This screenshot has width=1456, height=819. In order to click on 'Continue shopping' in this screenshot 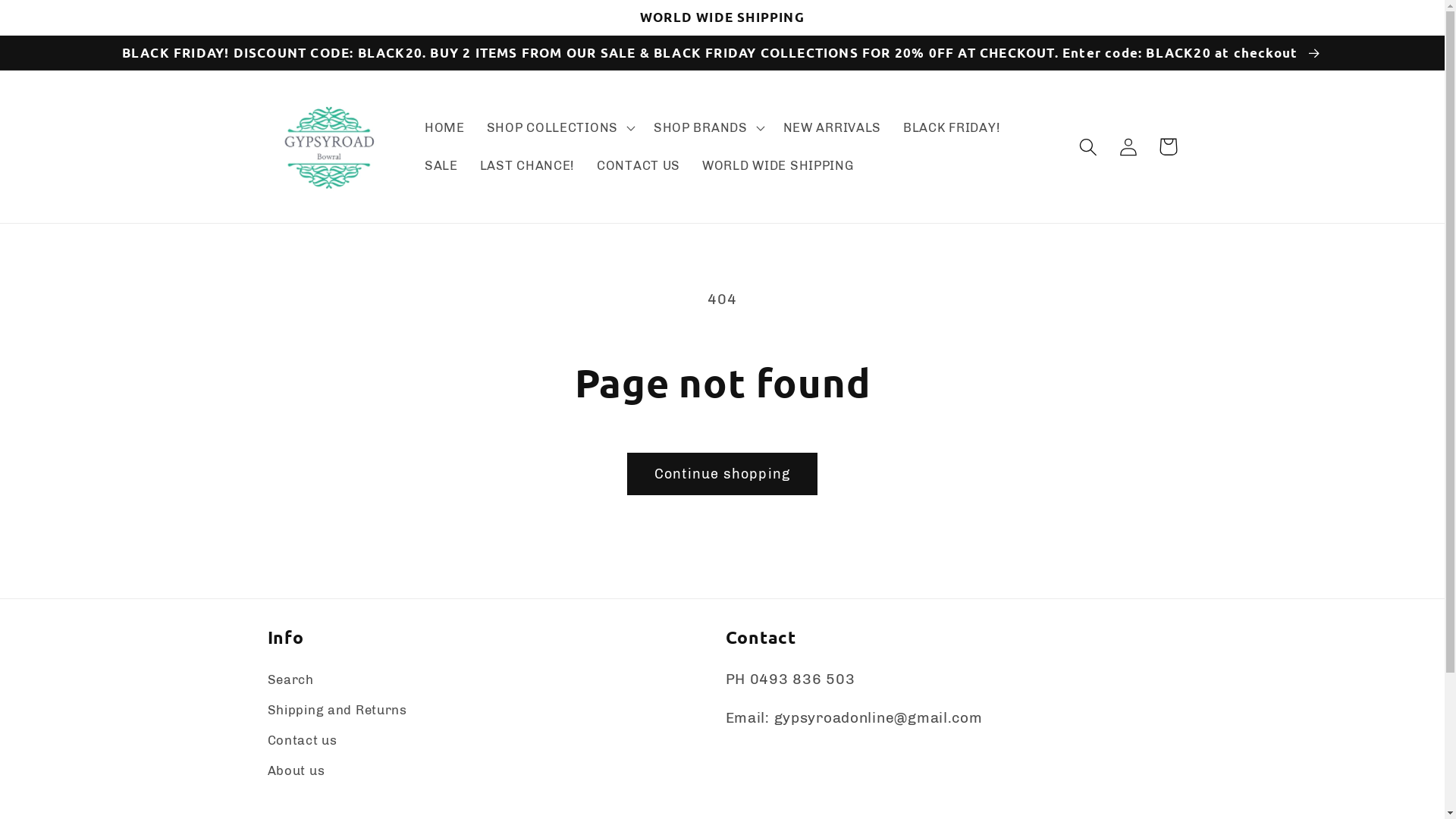, I will do `click(626, 472)`.